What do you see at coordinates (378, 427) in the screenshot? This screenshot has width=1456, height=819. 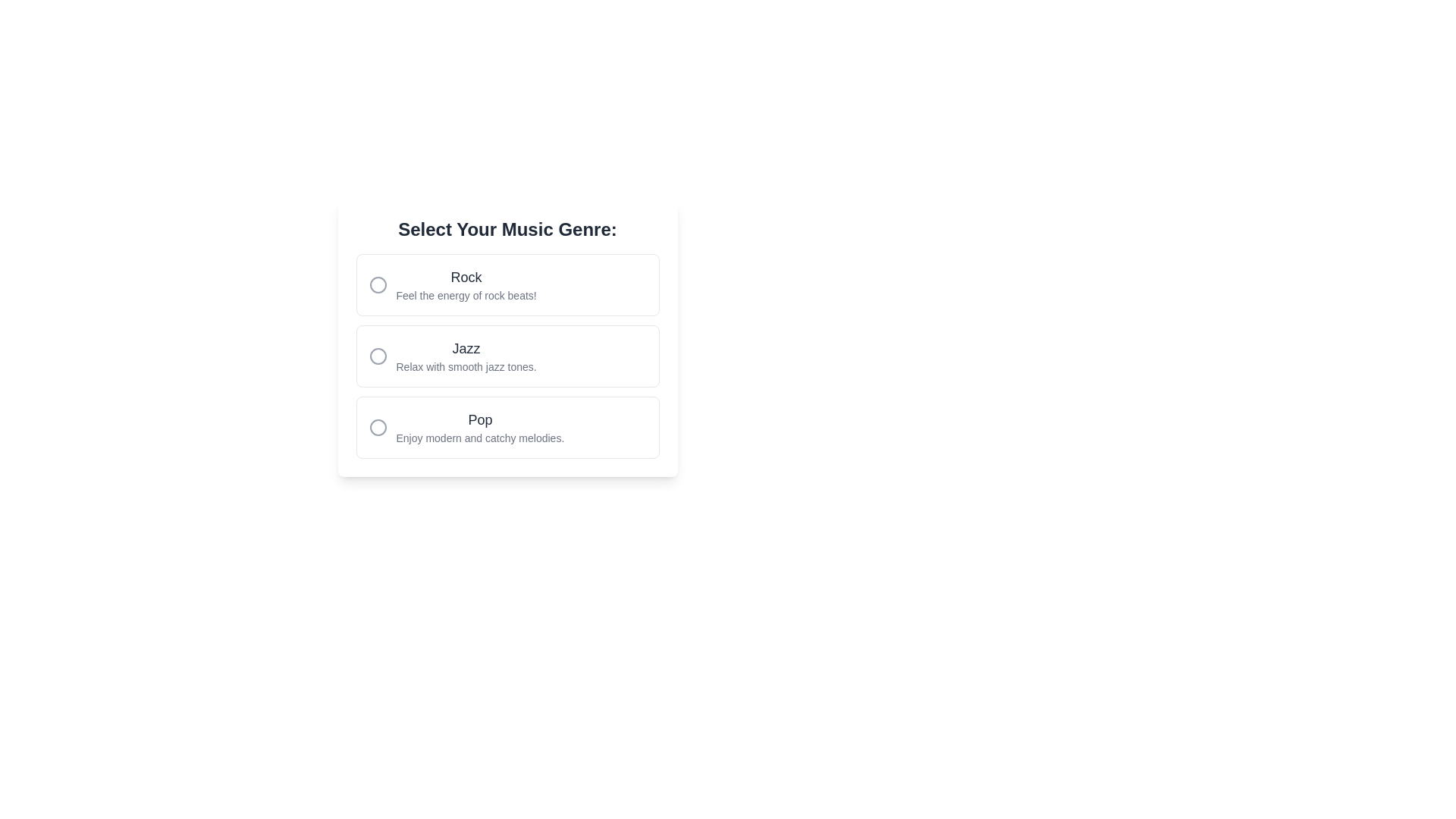 I see `the inactive radio button located to the left of the text 'Pop' in the 'Select Your Music Genre' interface` at bounding box center [378, 427].